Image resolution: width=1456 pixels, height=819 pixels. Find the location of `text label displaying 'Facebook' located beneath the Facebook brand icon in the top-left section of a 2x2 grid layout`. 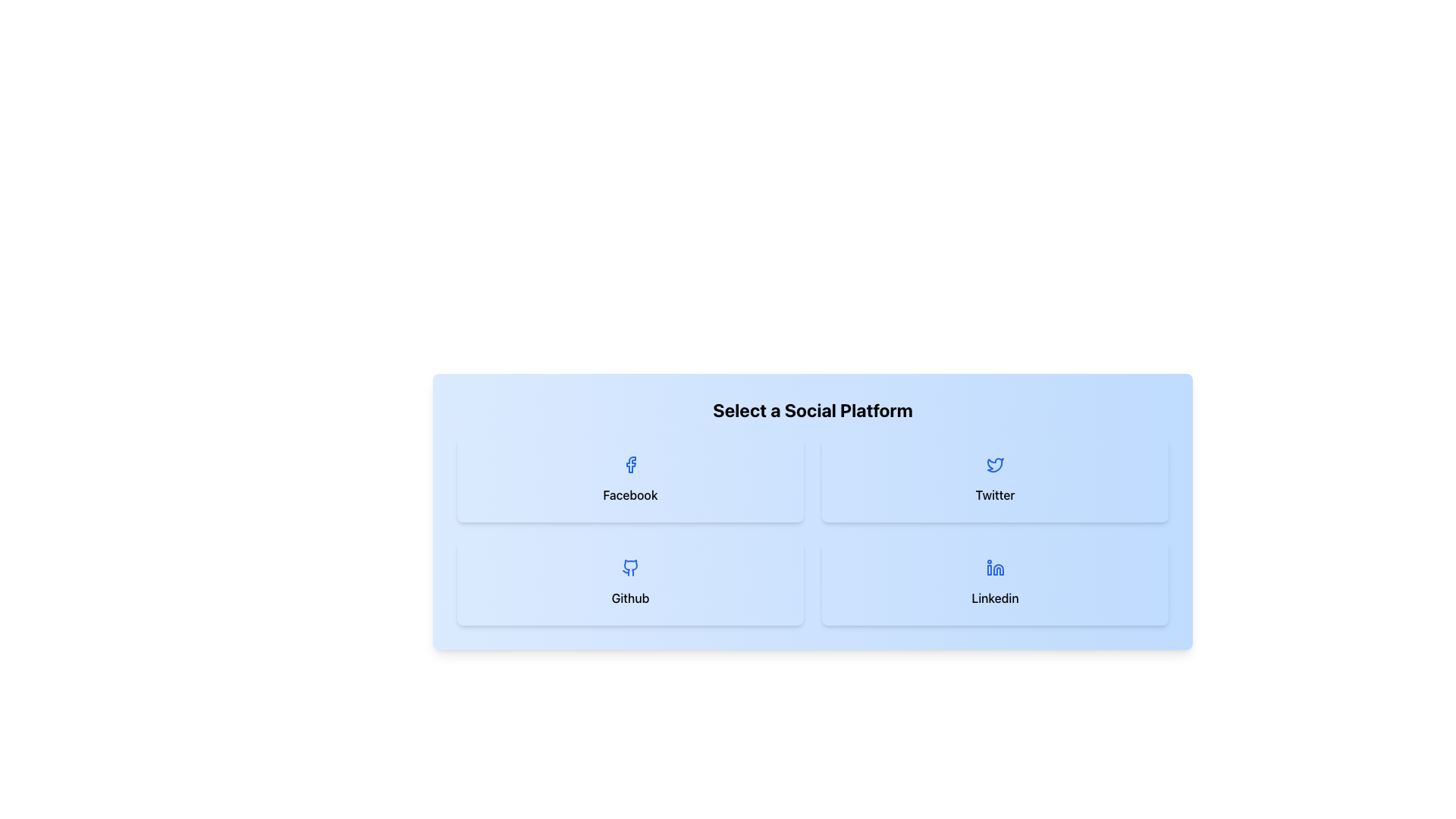

text label displaying 'Facebook' located beneath the Facebook brand icon in the top-left section of a 2x2 grid layout is located at coordinates (630, 494).